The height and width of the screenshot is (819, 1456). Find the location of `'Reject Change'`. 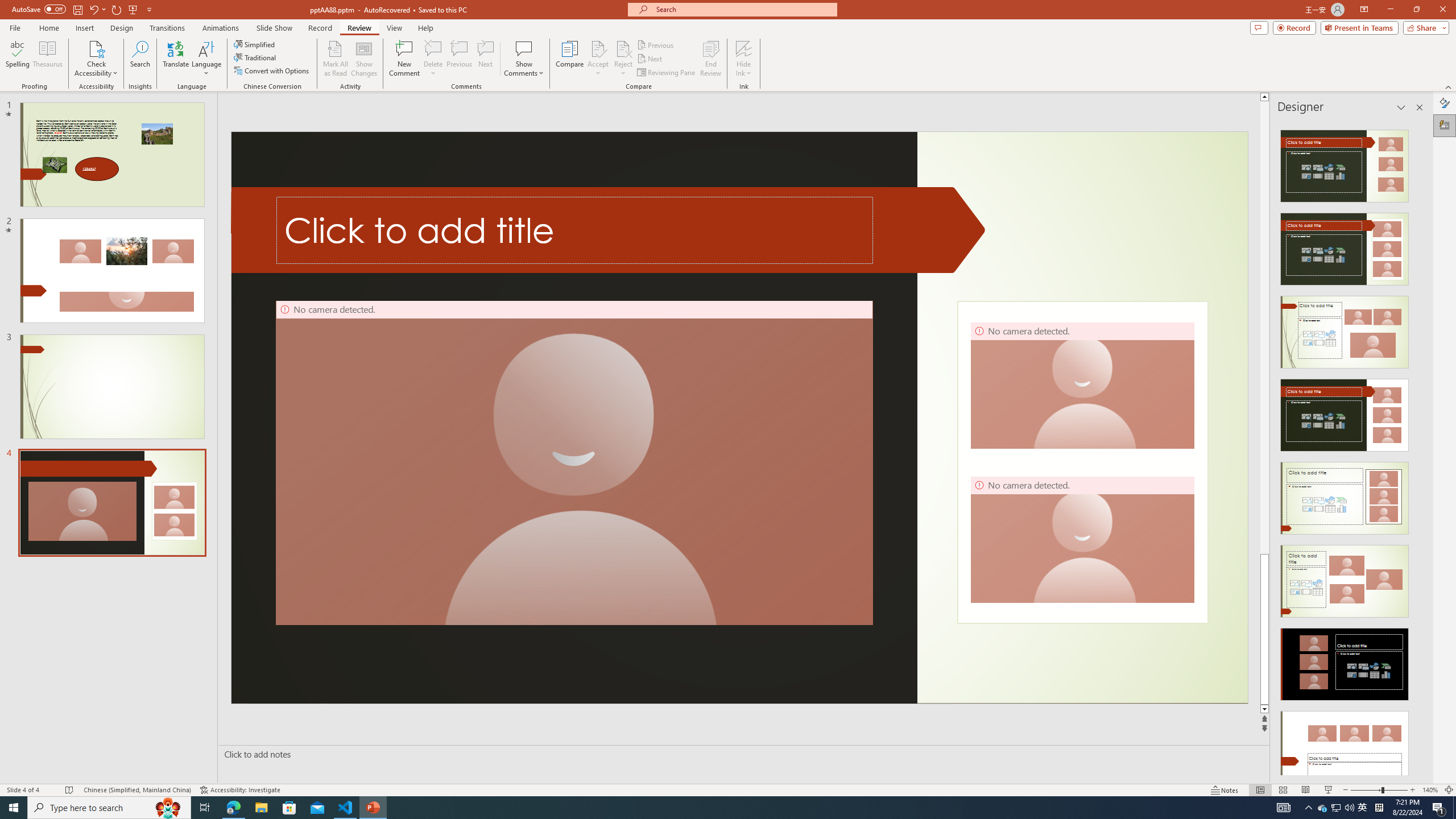

'Reject Change' is located at coordinates (622, 48).